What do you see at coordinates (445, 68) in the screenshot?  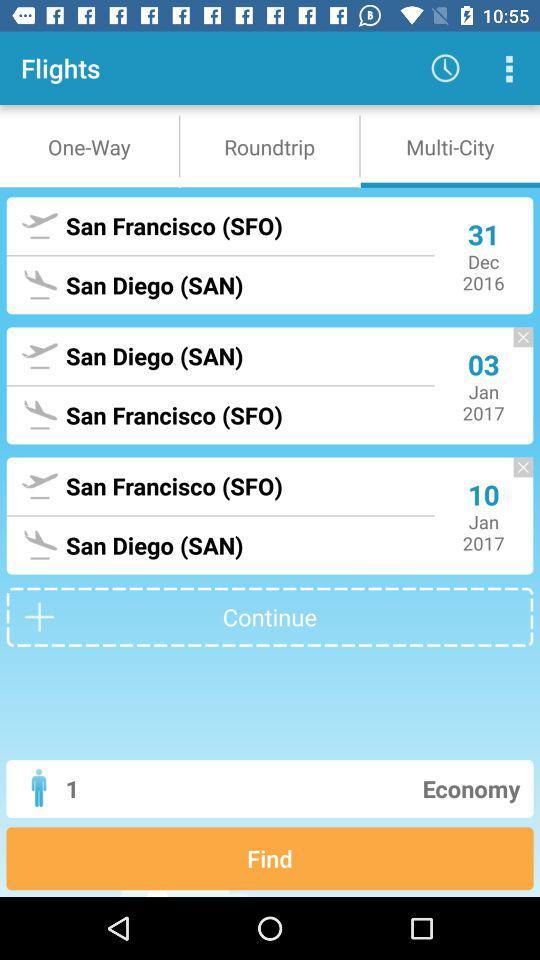 I see `the icon to the right of flights item` at bounding box center [445, 68].